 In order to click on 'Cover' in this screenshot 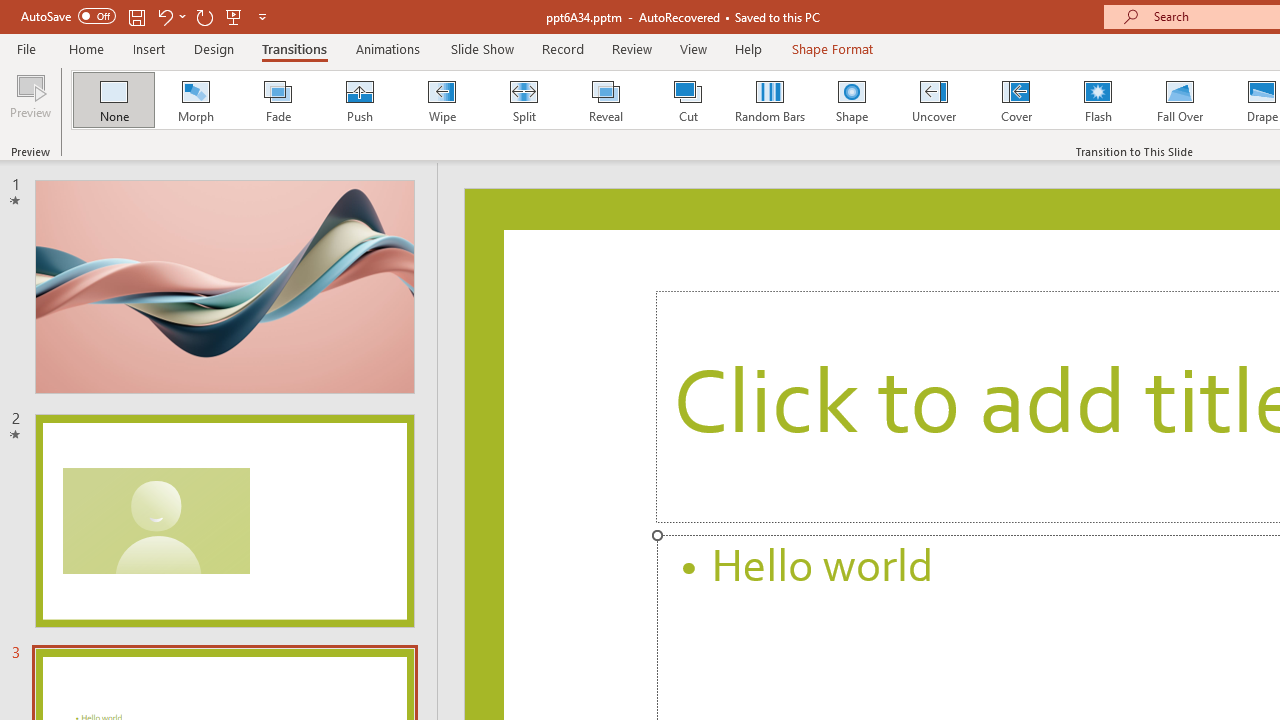, I will do `click(1016, 100)`.